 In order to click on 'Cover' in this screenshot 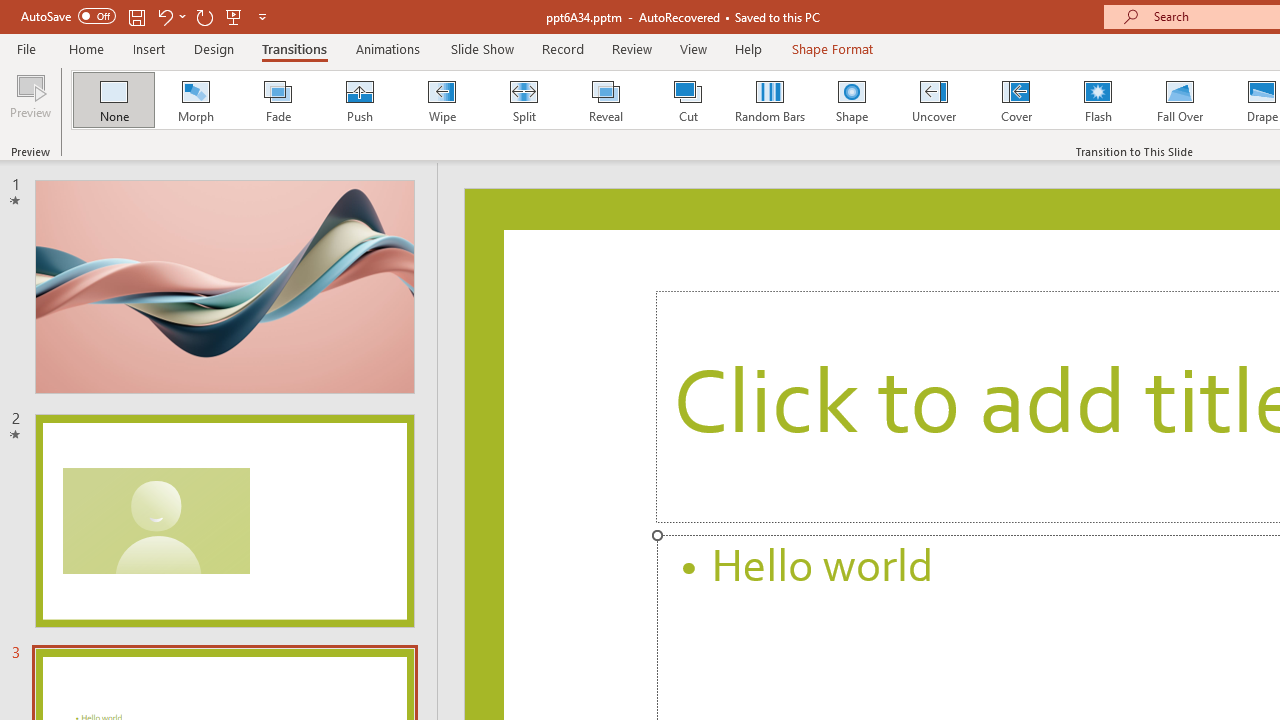, I will do `click(1016, 100)`.